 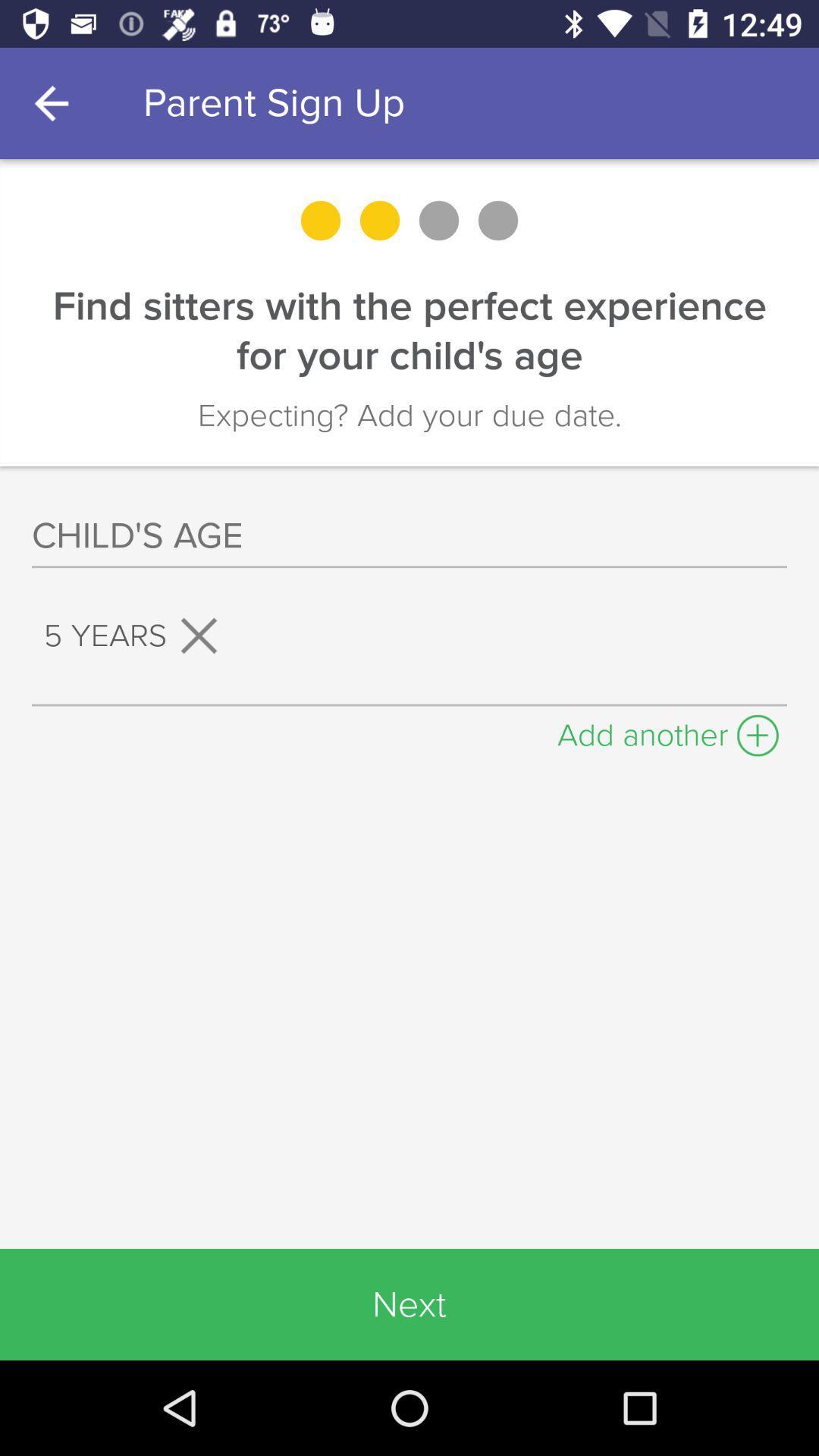 What do you see at coordinates (409, 1304) in the screenshot?
I see `the icon below the add another` at bounding box center [409, 1304].